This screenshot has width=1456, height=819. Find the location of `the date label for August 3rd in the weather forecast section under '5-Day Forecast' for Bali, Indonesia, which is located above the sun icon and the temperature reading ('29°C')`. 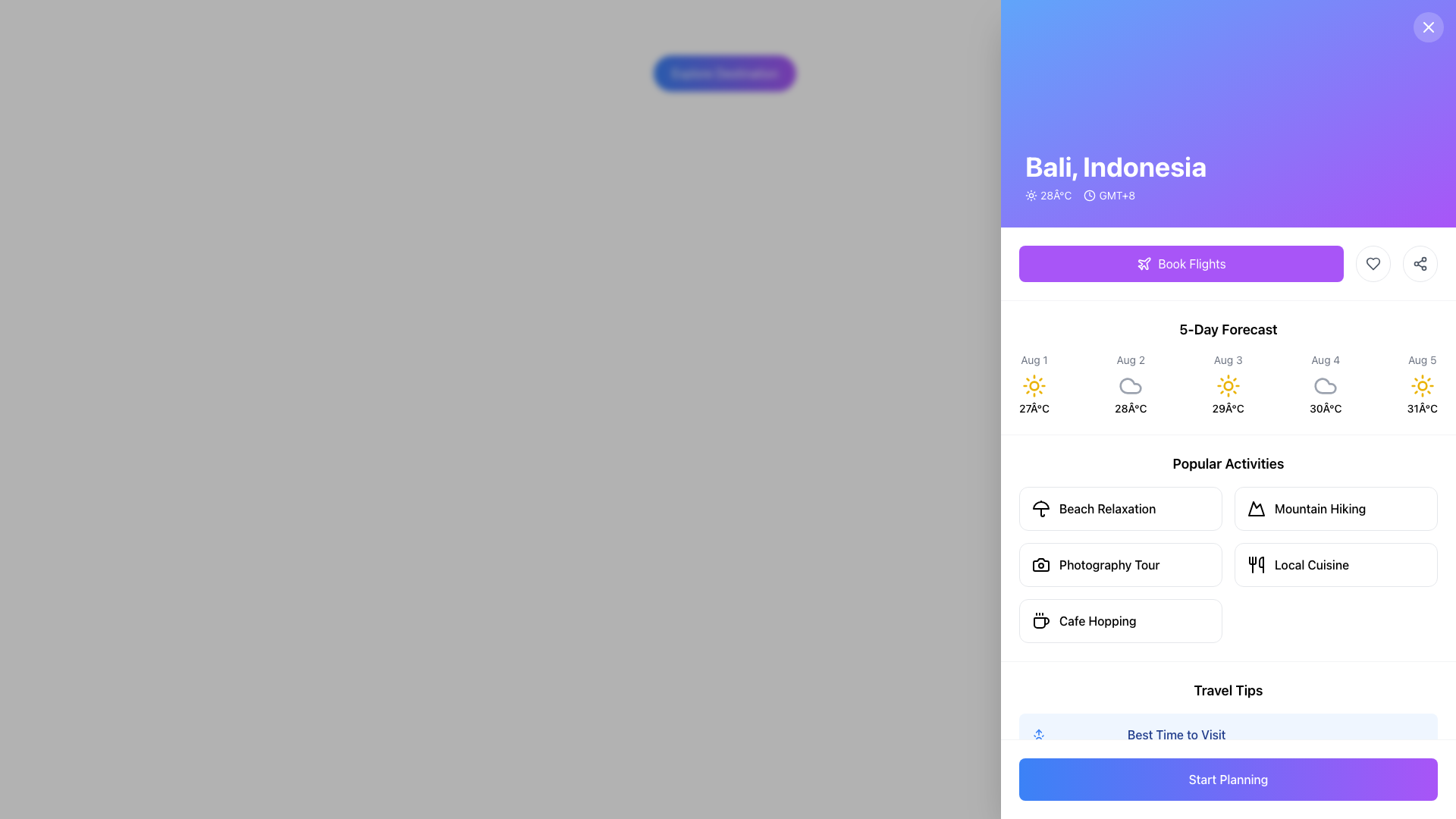

the date label for August 3rd in the weather forecast section under '5-Day Forecast' for Bali, Indonesia, which is located above the sun icon and the temperature reading ('29°C') is located at coordinates (1228, 359).